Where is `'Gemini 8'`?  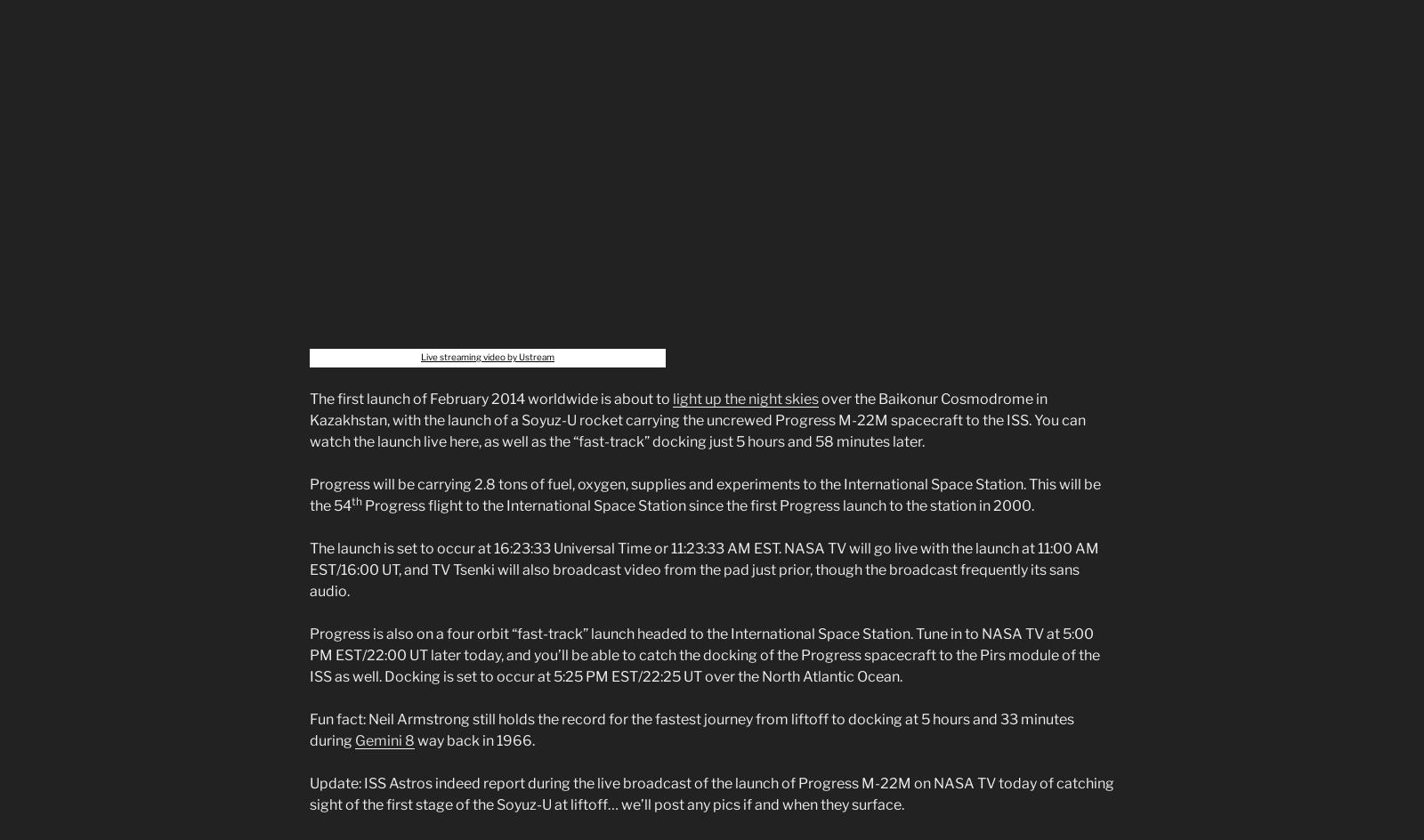
'Gemini 8' is located at coordinates (384, 739).